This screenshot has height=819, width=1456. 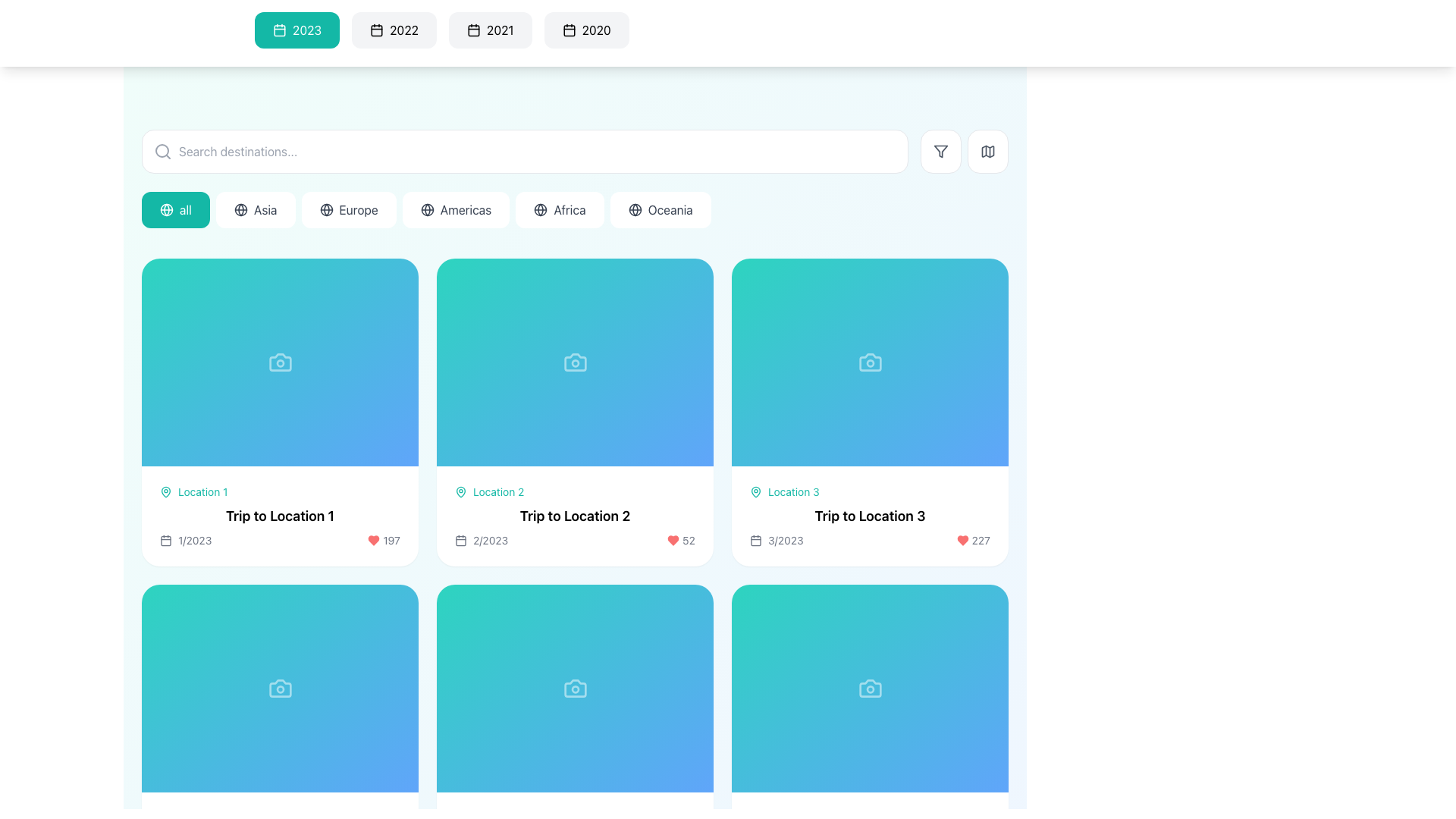 I want to click on the camera icon, which is an SVG element located in the sixth card of a grid layout, positioned centrally within the card, so click(x=870, y=688).